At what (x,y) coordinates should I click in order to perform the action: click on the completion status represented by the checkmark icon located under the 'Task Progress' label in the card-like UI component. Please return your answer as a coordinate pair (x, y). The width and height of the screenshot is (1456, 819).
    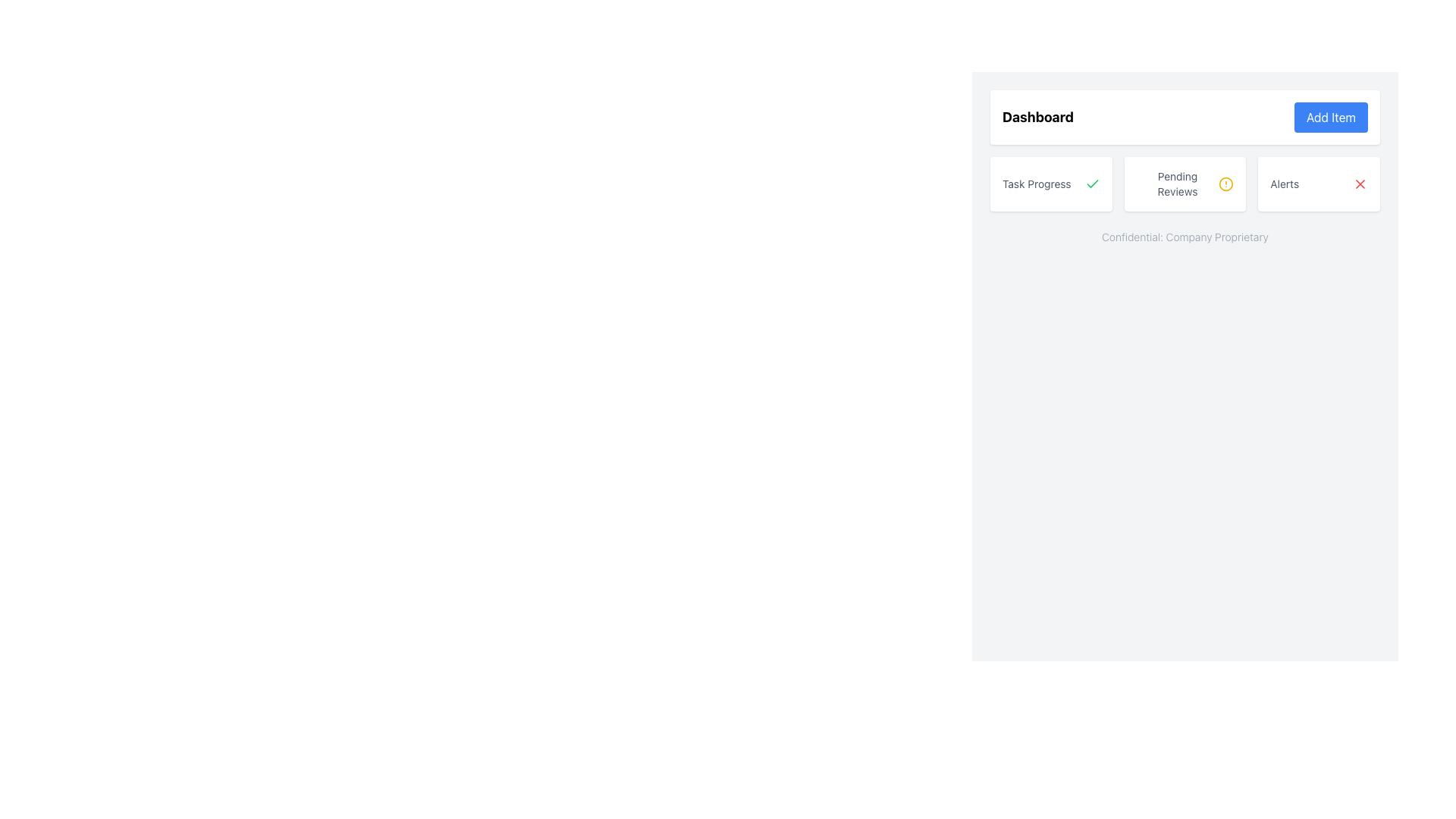
    Looking at the image, I should click on (1092, 183).